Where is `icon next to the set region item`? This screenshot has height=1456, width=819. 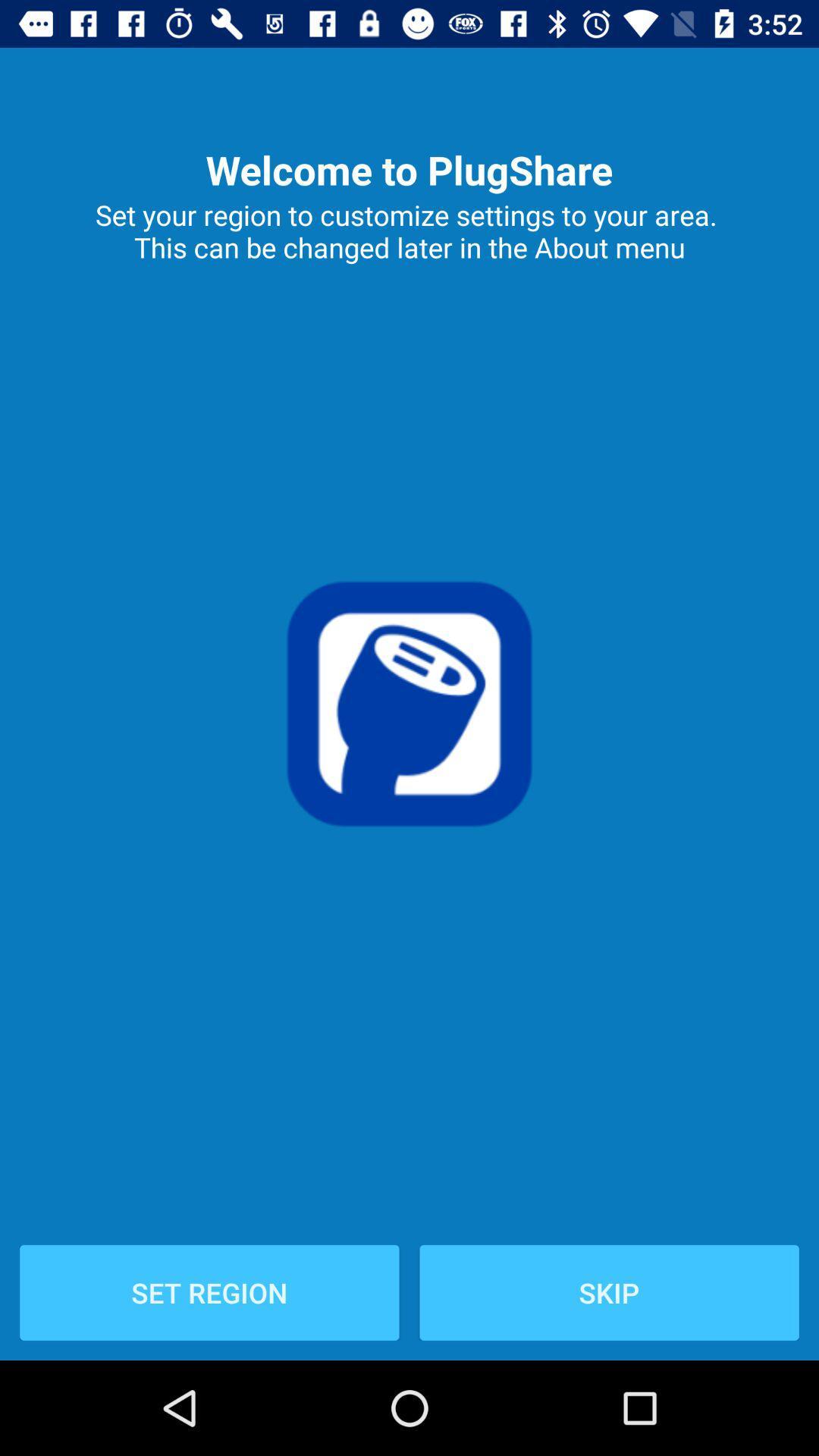
icon next to the set region item is located at coordinates (608, 1291).